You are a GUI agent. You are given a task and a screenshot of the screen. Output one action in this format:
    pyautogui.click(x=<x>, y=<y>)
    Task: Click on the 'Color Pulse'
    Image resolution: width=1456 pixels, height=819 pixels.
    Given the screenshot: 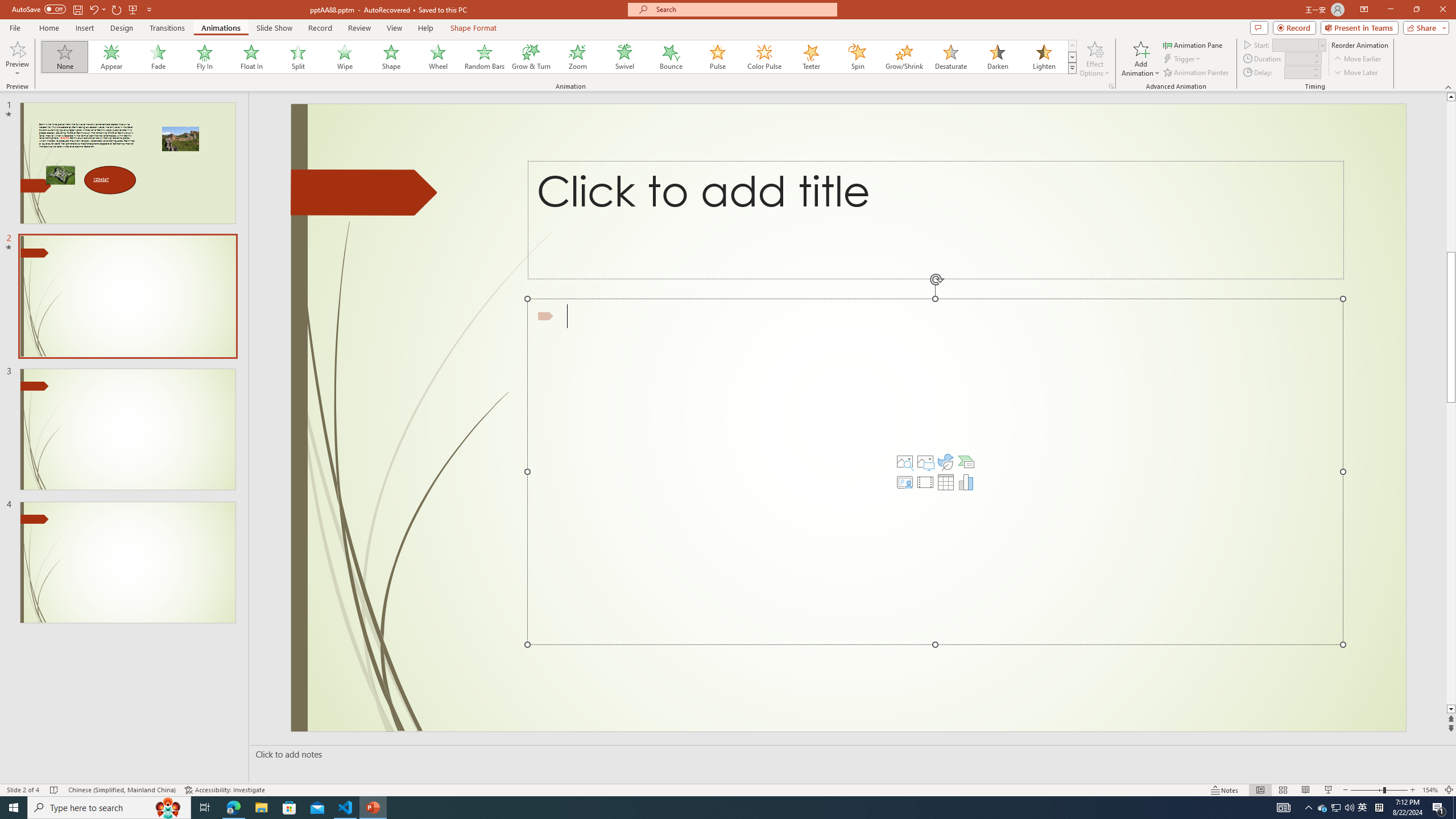 What is the action you would take?
    pyautogui.click(x=764, y=56)
    